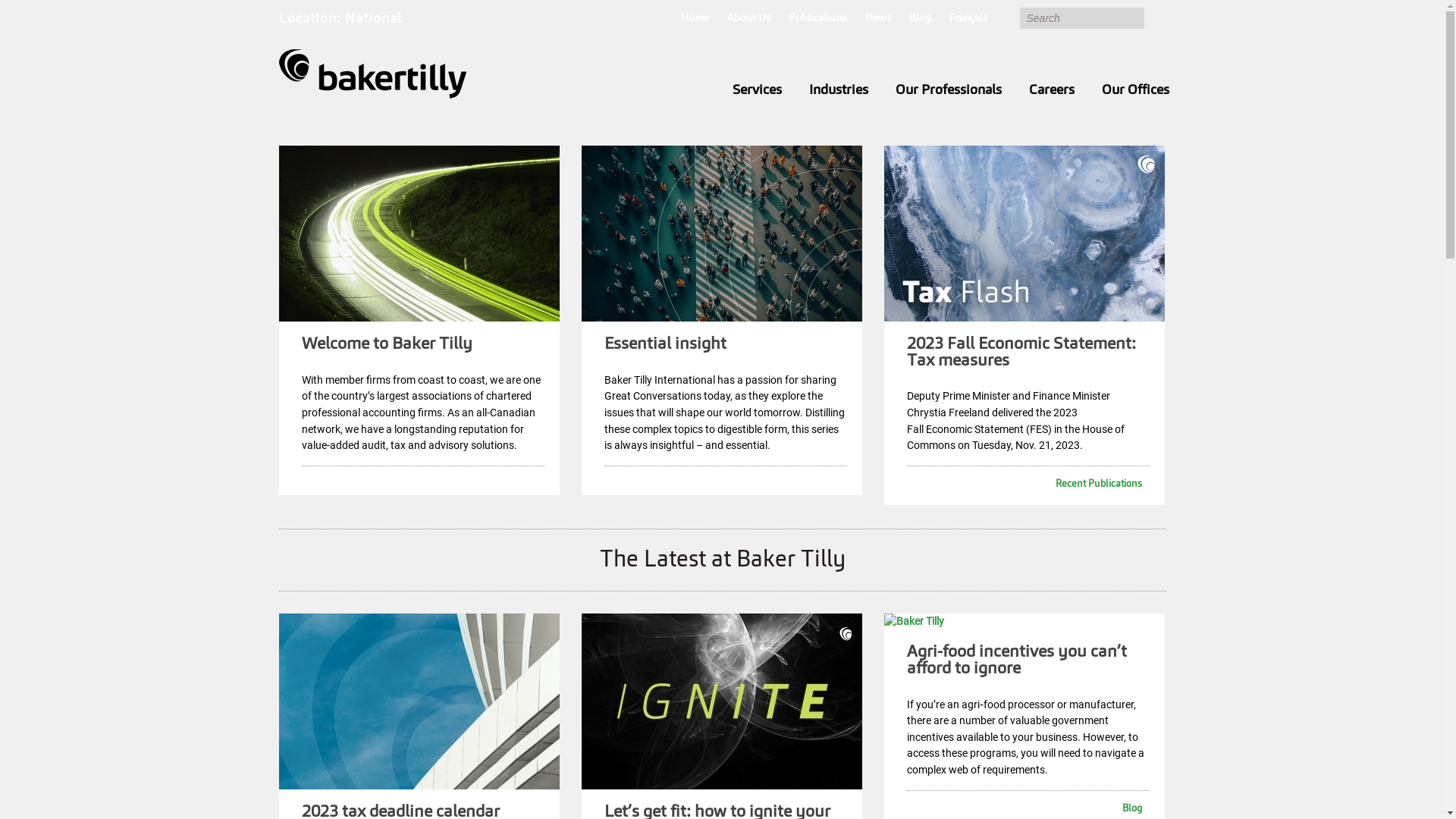  I want to click on 'submit', so click(1153, 17).